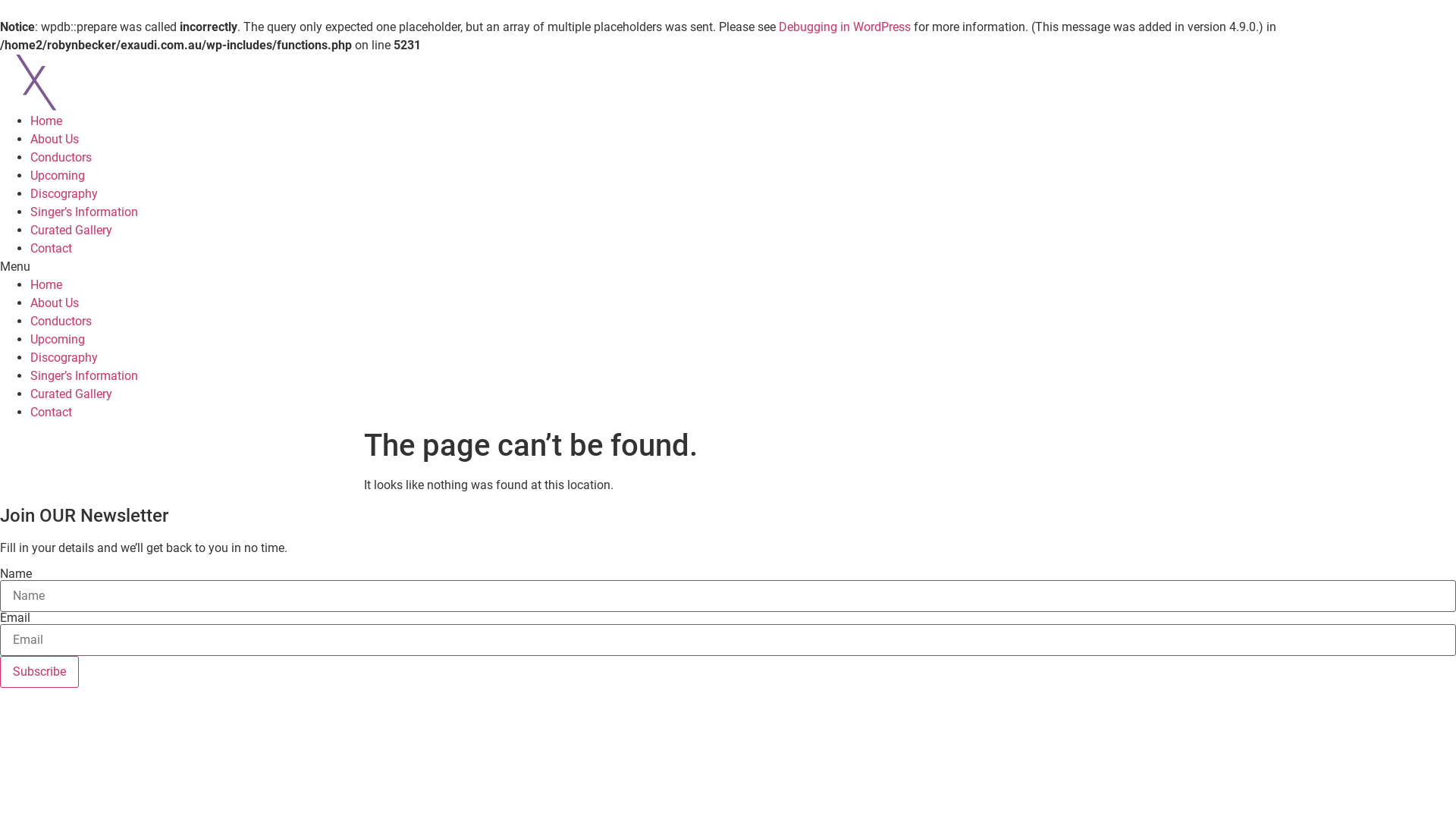  What do you see at coordinates (30, 230) in the screenshot?
I see `'Curated Gallery'` at bounding box center [30, 230].